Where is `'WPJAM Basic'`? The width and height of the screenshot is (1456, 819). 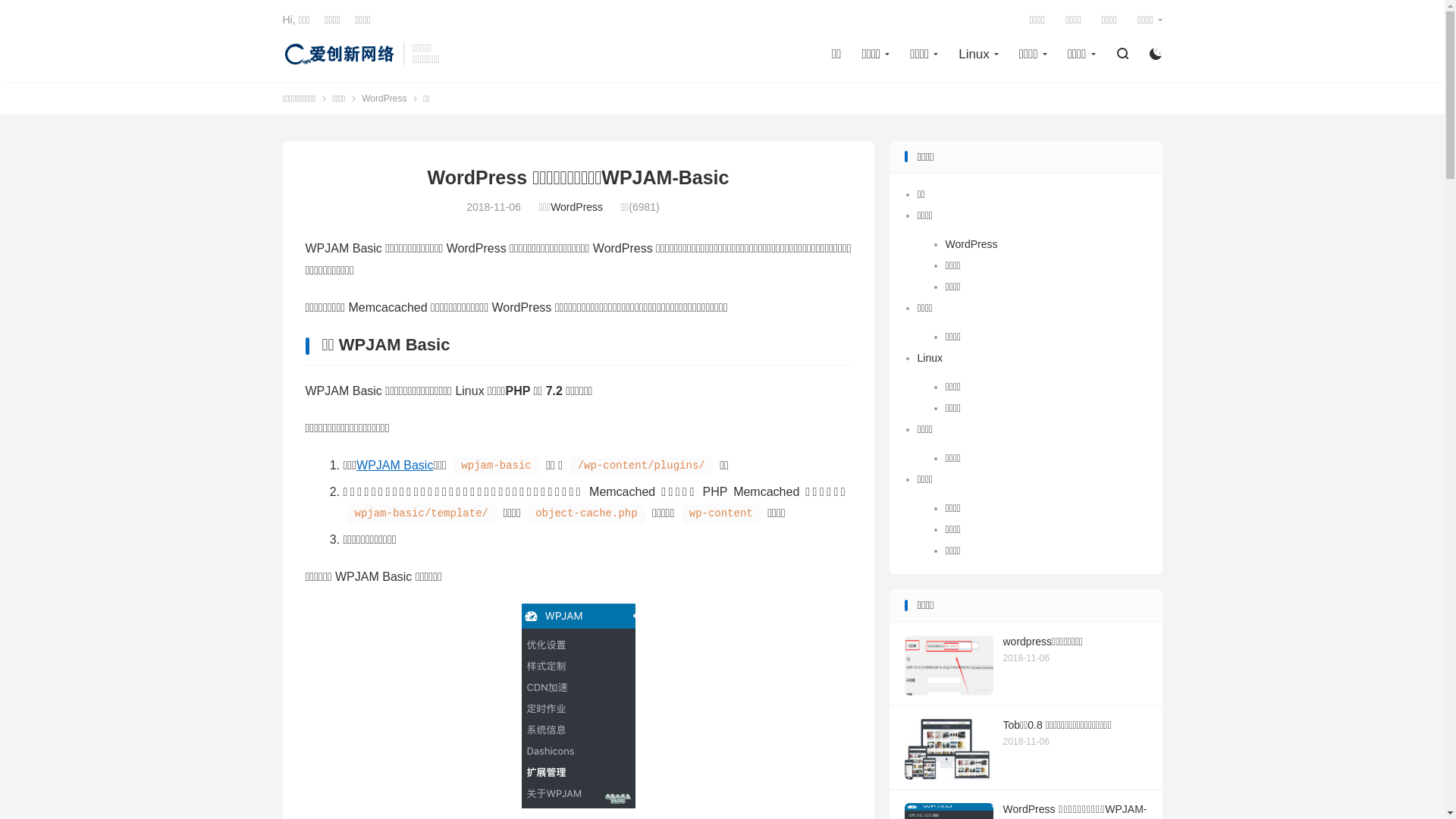
'WPJAM Basic' is located at coordinates (394, 464).